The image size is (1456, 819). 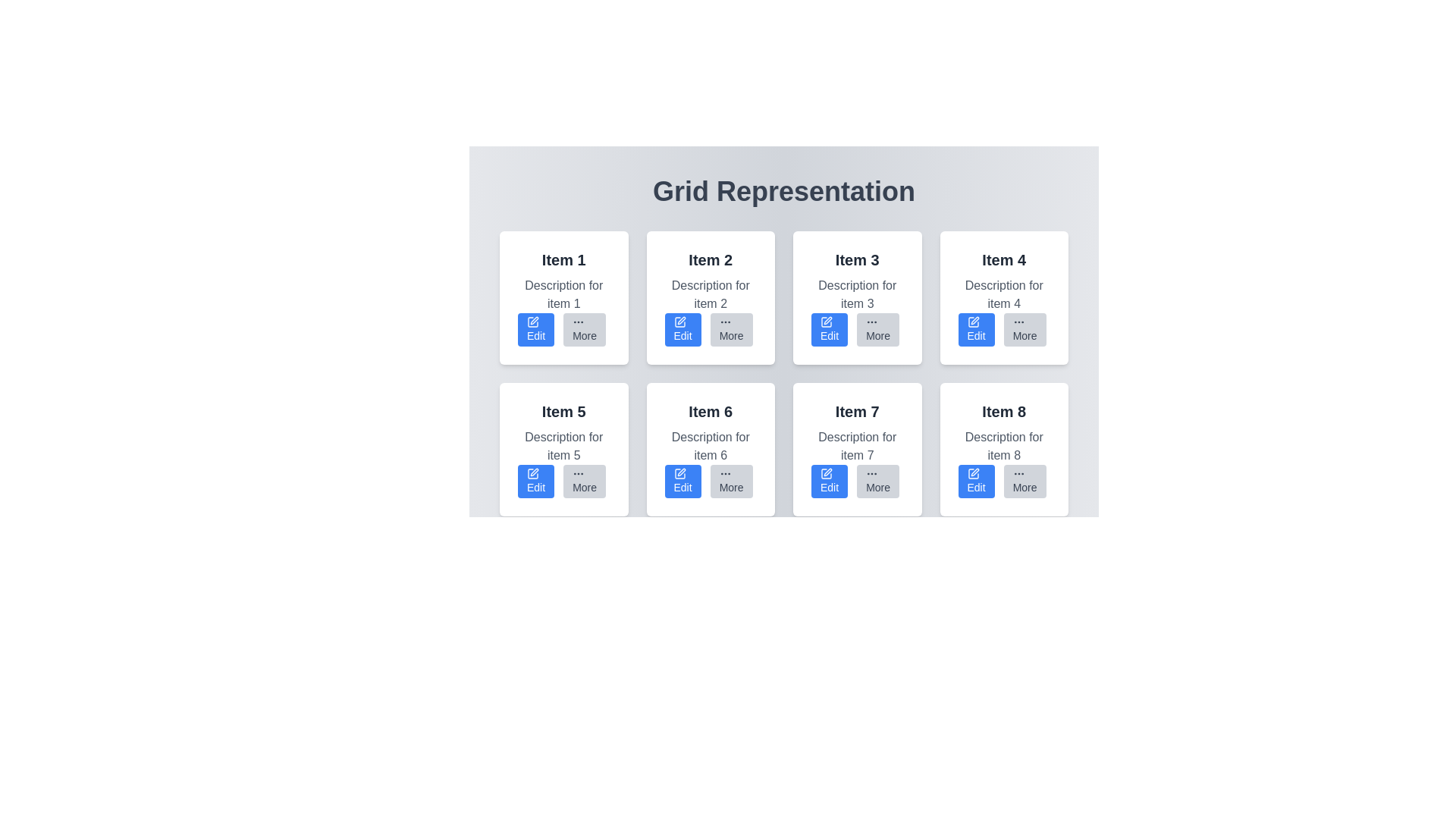 What do you see at coordinates (709, 329) in the screenshot?
I see `the 'More' button in the grouped component of quick actions related to 'Item 2'` at bounding box center [709, 329].